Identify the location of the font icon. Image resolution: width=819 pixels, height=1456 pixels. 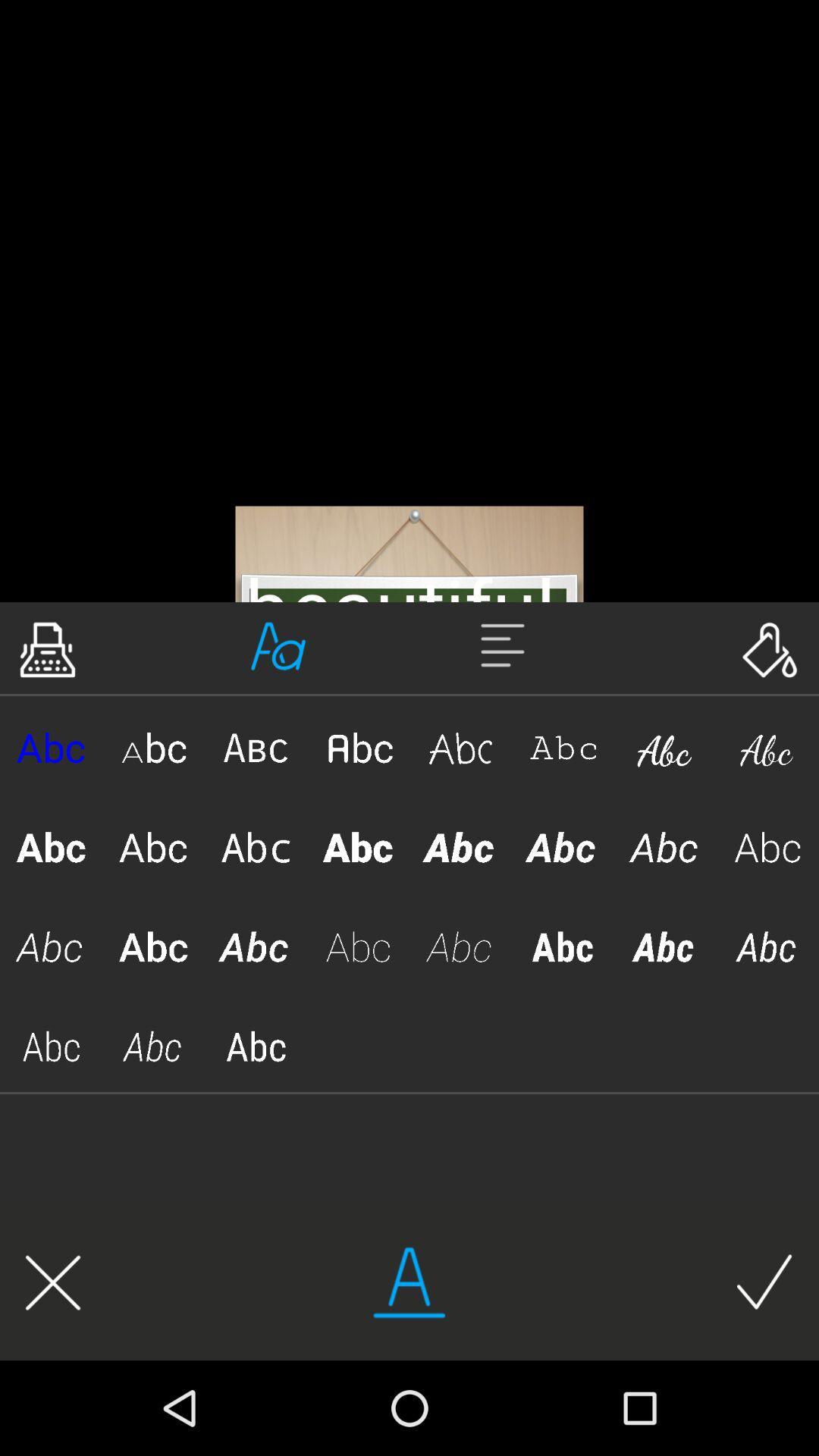
(278, 646).